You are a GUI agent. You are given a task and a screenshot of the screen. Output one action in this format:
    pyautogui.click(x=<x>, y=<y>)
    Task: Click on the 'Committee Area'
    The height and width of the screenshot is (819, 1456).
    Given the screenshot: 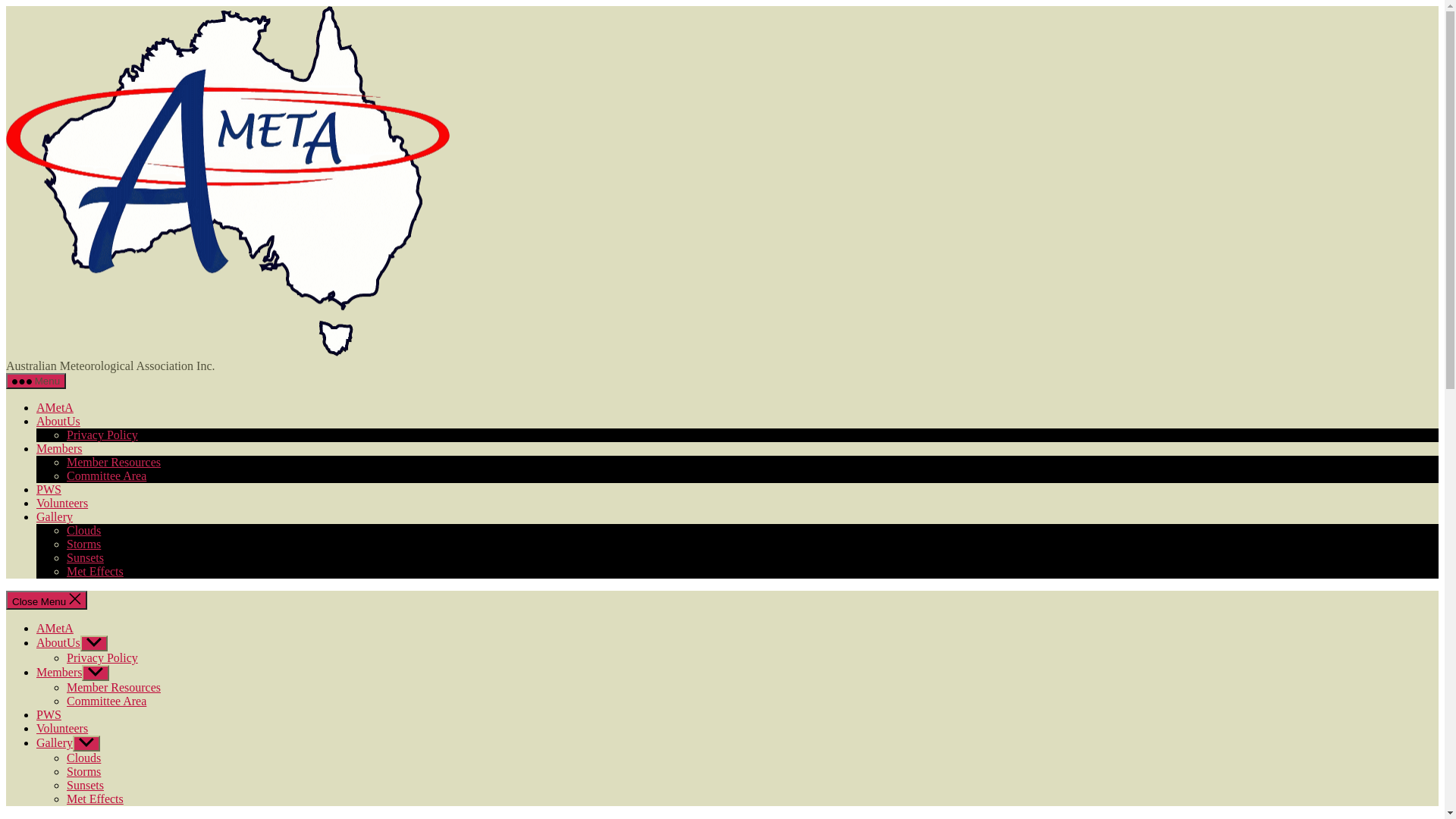 What is the action you would take?
    pyautogui.click(x=65, y=701)
    